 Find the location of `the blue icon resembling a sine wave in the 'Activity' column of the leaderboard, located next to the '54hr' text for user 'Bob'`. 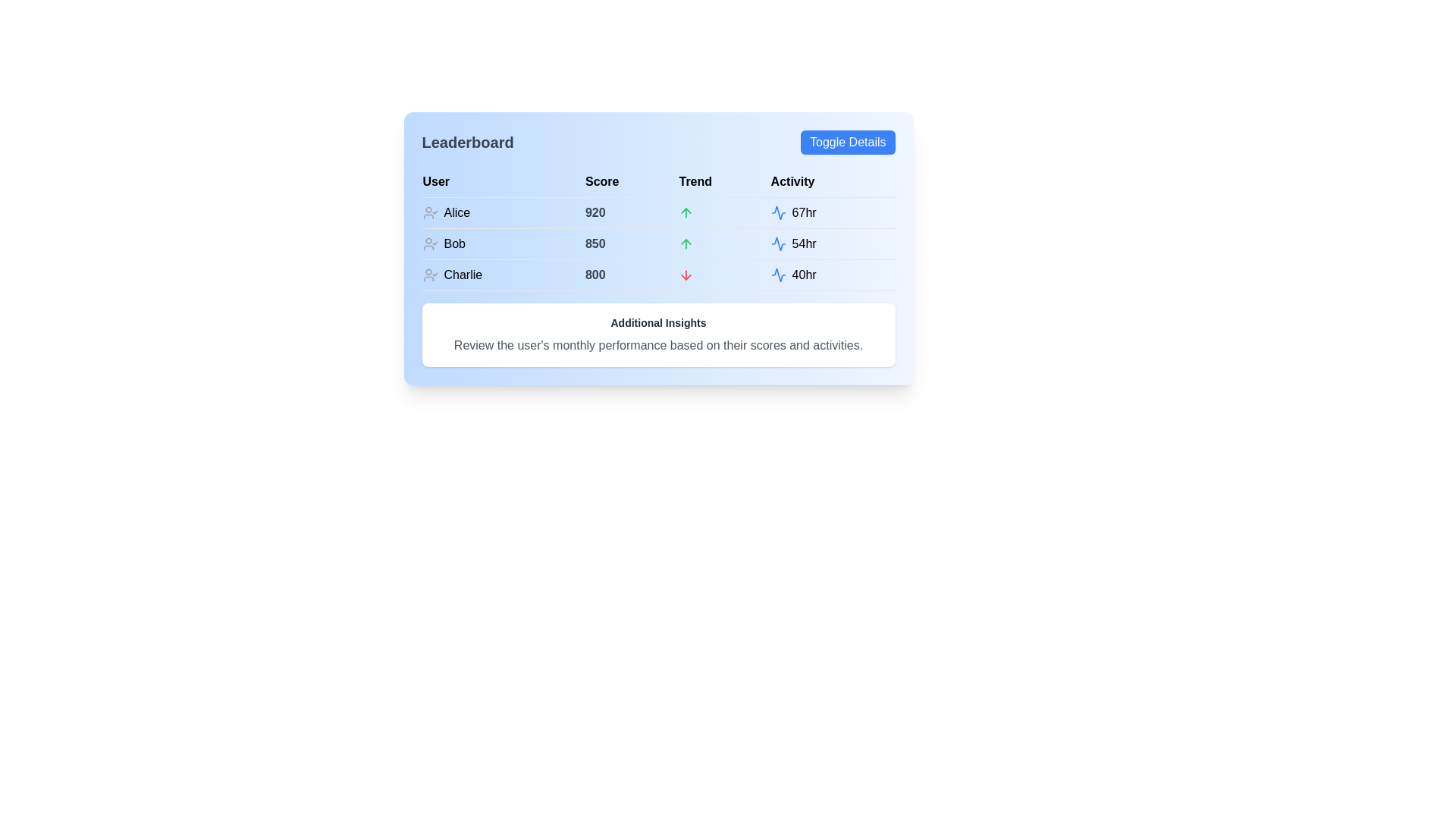

the blue icon resembling a sine wave in the 'Activity' column of the leaderboard, located next to the '54hr' text for user 'Bob' is located at coordinates (778, 243).